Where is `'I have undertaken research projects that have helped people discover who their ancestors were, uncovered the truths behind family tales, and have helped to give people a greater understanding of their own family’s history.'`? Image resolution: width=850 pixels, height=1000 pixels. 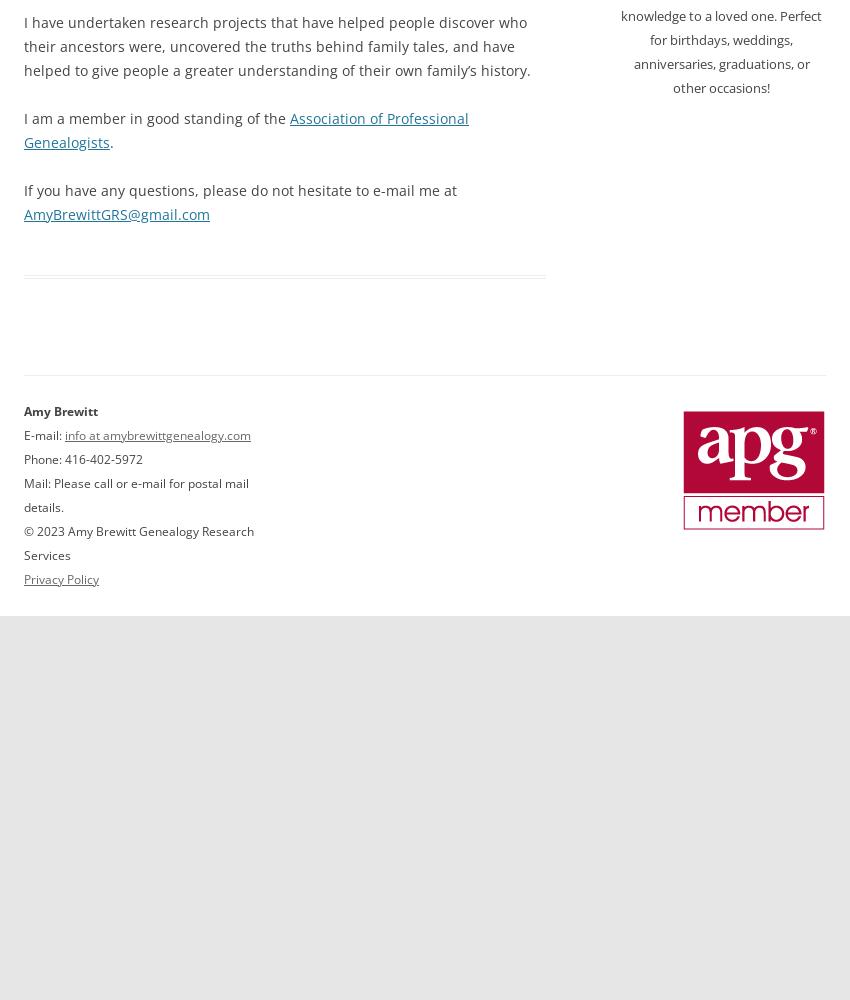 'I have undertaken research projects that have helped people discover who their ancestors were, uncovered the truths behind family tales, and have helped to give people a greater understanding of their own family’s history.' is located at coordinates (276, 45).